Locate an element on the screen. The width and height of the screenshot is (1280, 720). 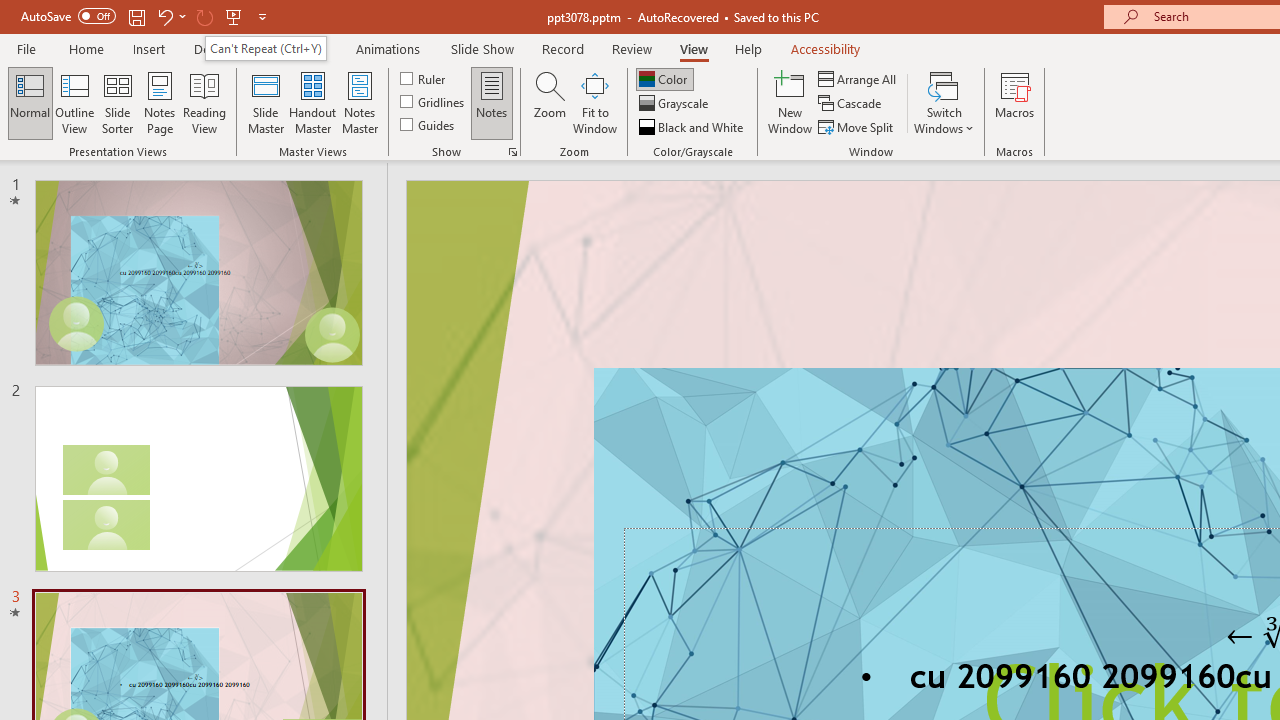
'Color' is located at coordinates (664, 78).